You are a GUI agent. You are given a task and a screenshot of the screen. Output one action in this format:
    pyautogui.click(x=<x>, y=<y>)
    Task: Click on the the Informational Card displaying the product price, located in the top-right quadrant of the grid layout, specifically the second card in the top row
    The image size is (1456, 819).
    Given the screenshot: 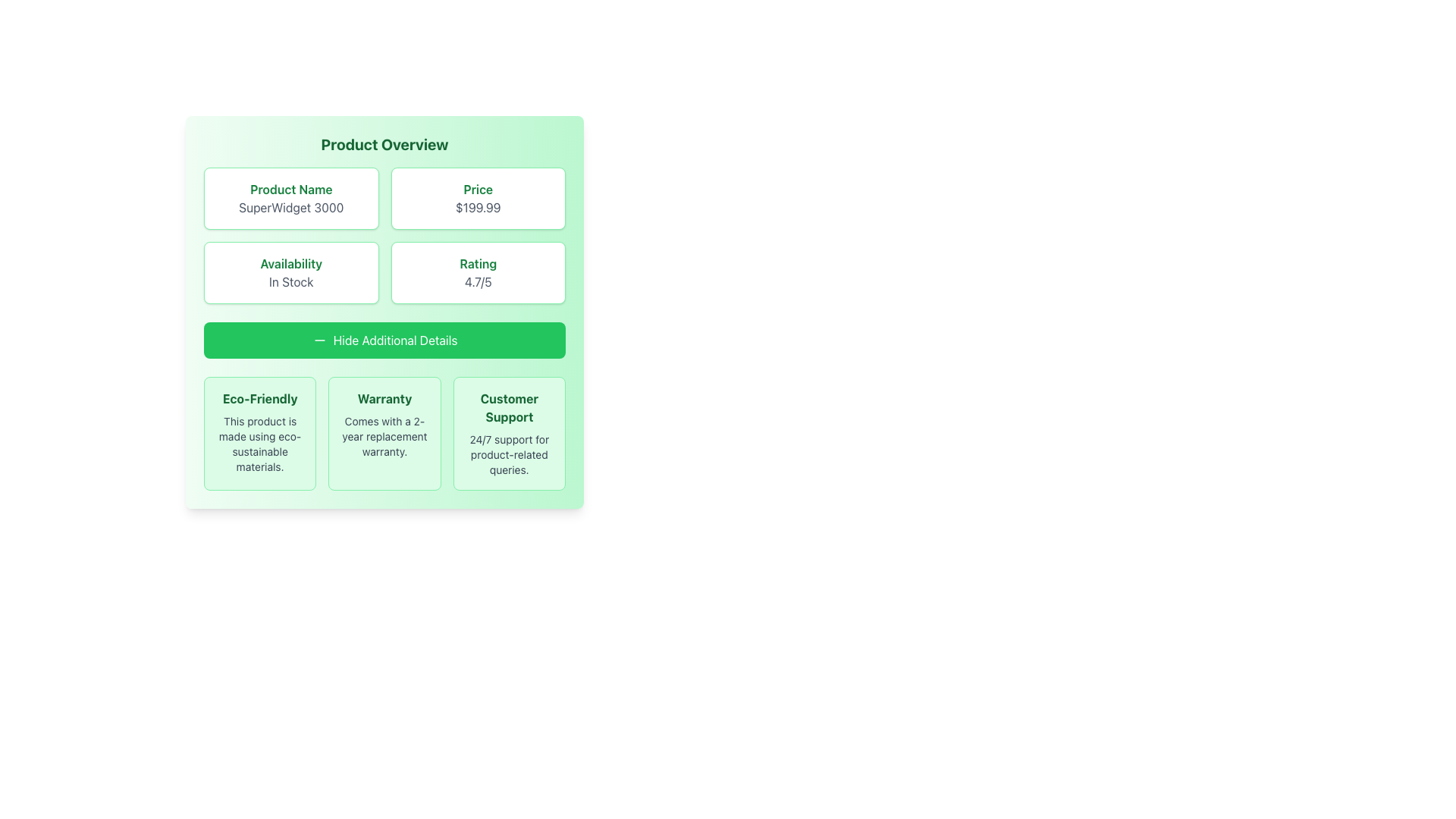 What is the action you would take?
    pyautogui.click(x=477, y=198)
    